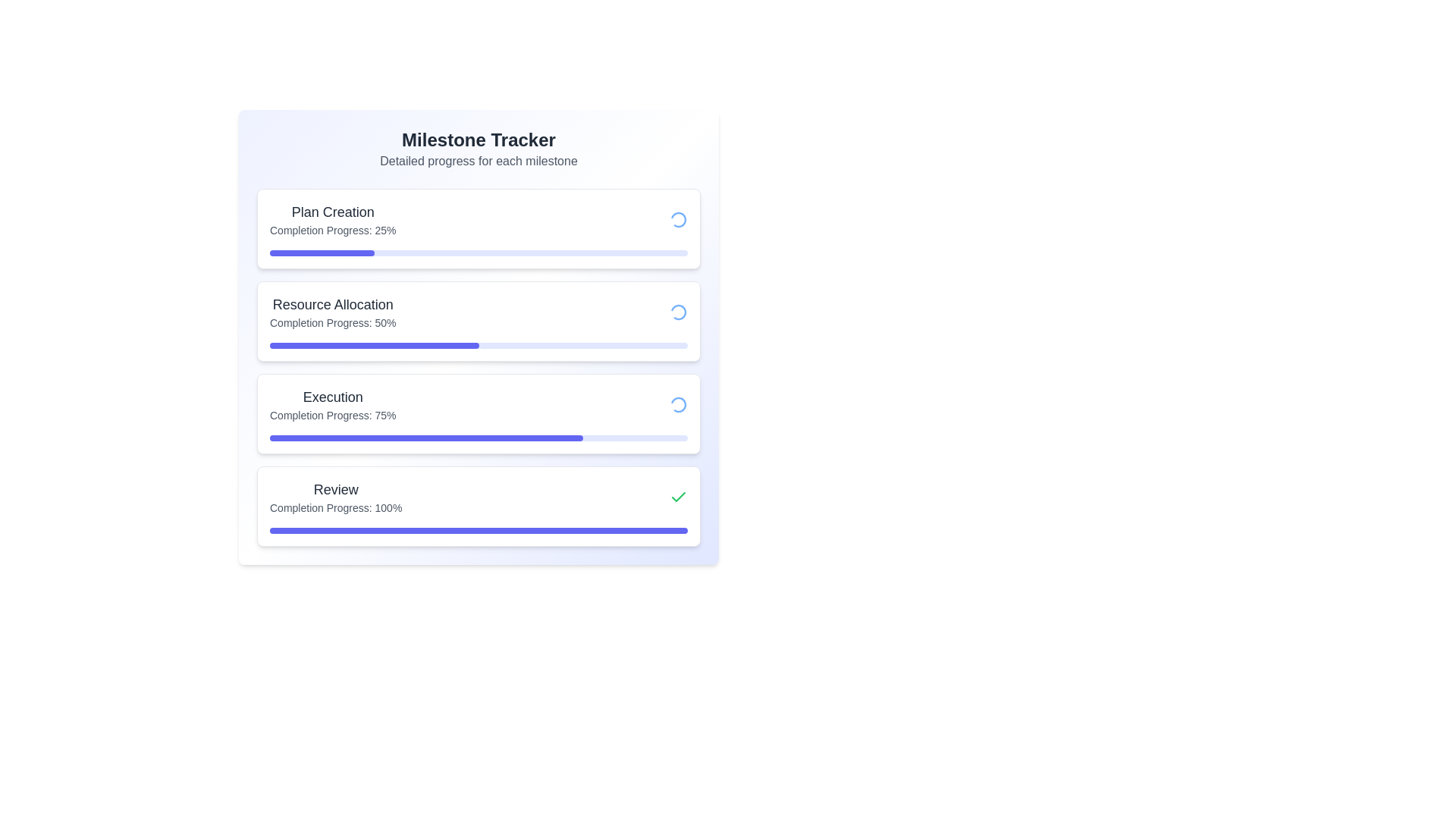  I want to click on the progress bar located in the 'Review' milestone section, positioned below the text 'Completion Progress: 100%', so click(478, 529).